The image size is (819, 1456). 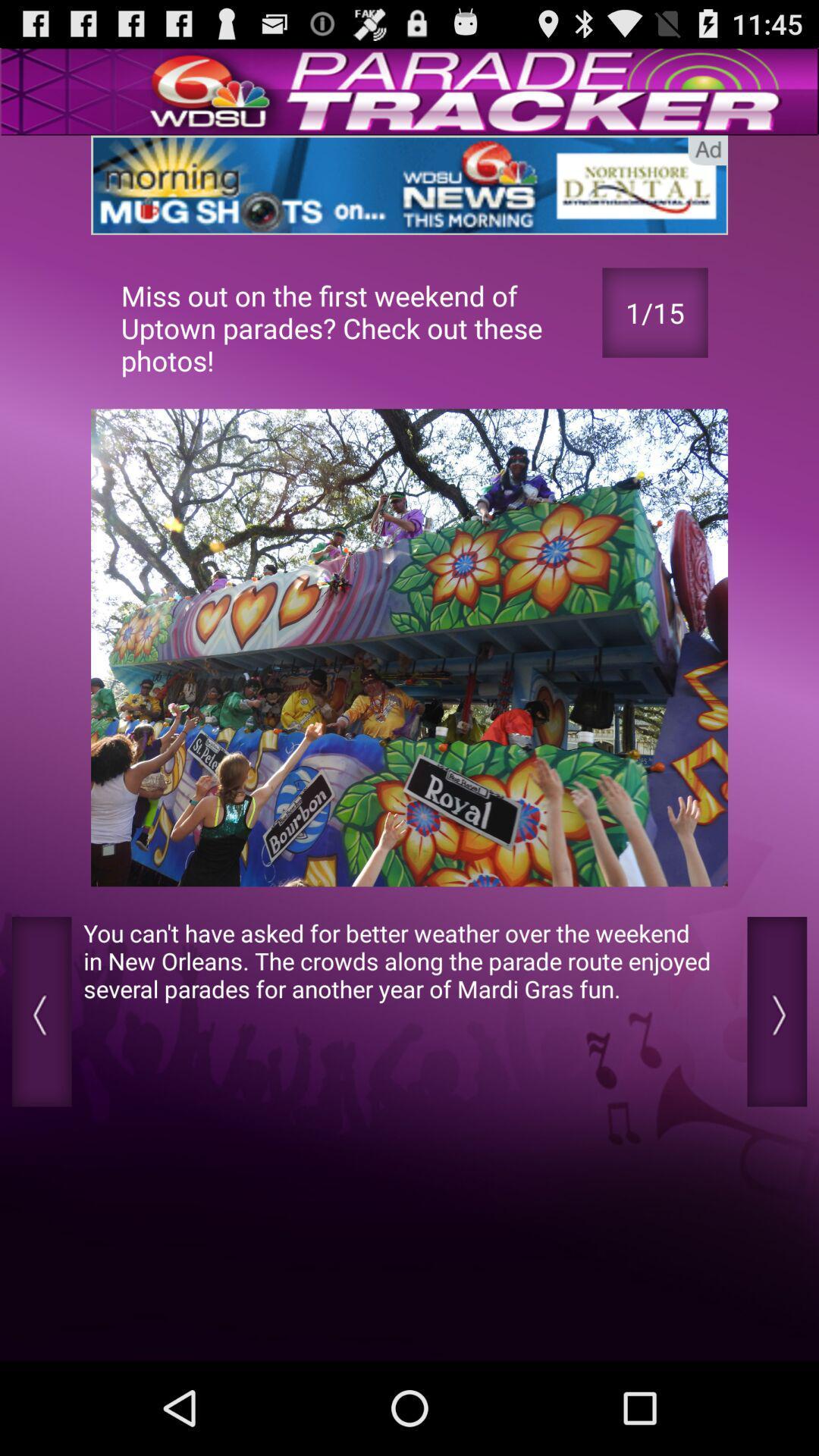 I want to click on the news, so click(x=409, y=184).